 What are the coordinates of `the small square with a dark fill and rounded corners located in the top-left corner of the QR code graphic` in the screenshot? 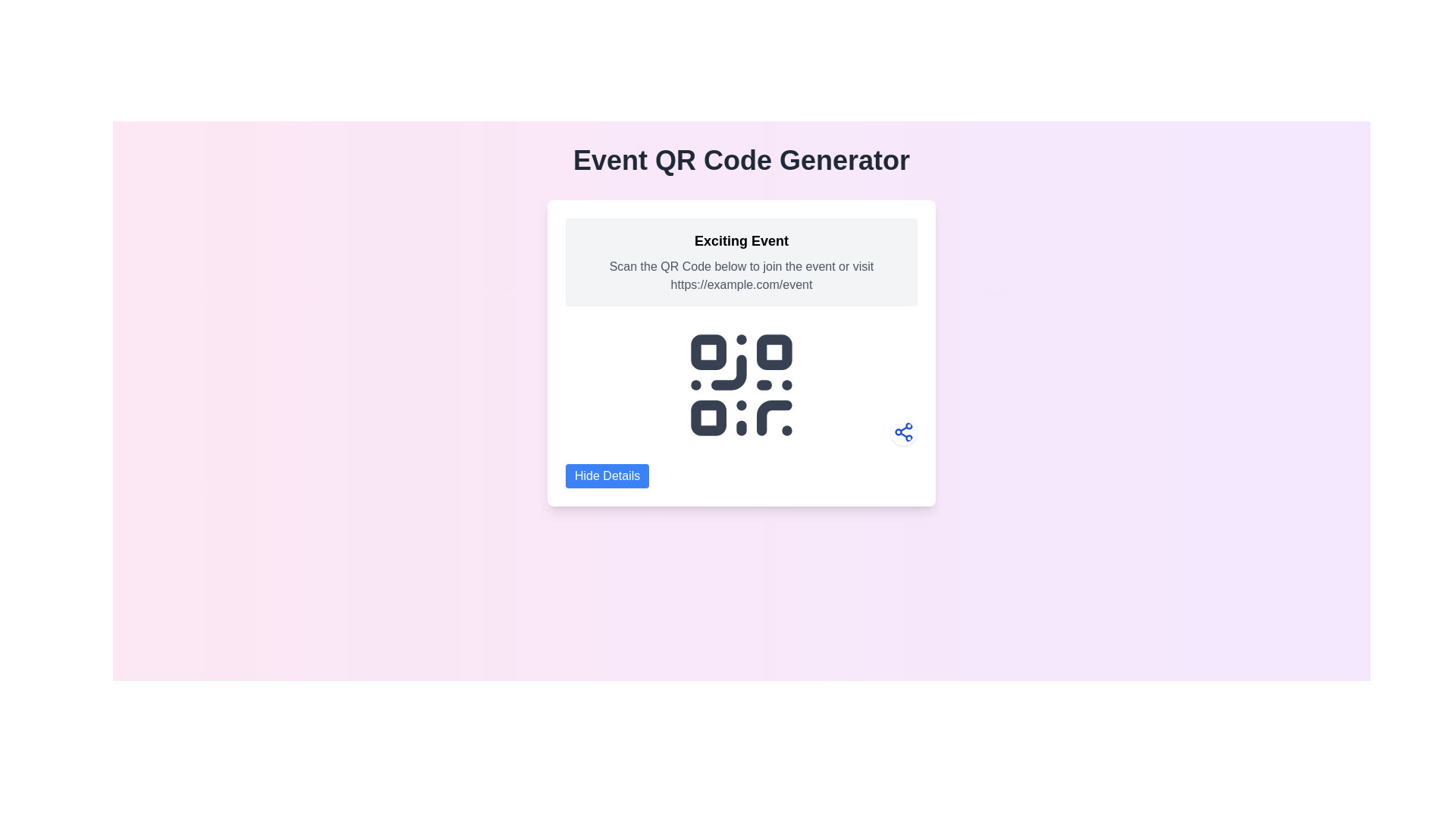 It's located at (708, 352).